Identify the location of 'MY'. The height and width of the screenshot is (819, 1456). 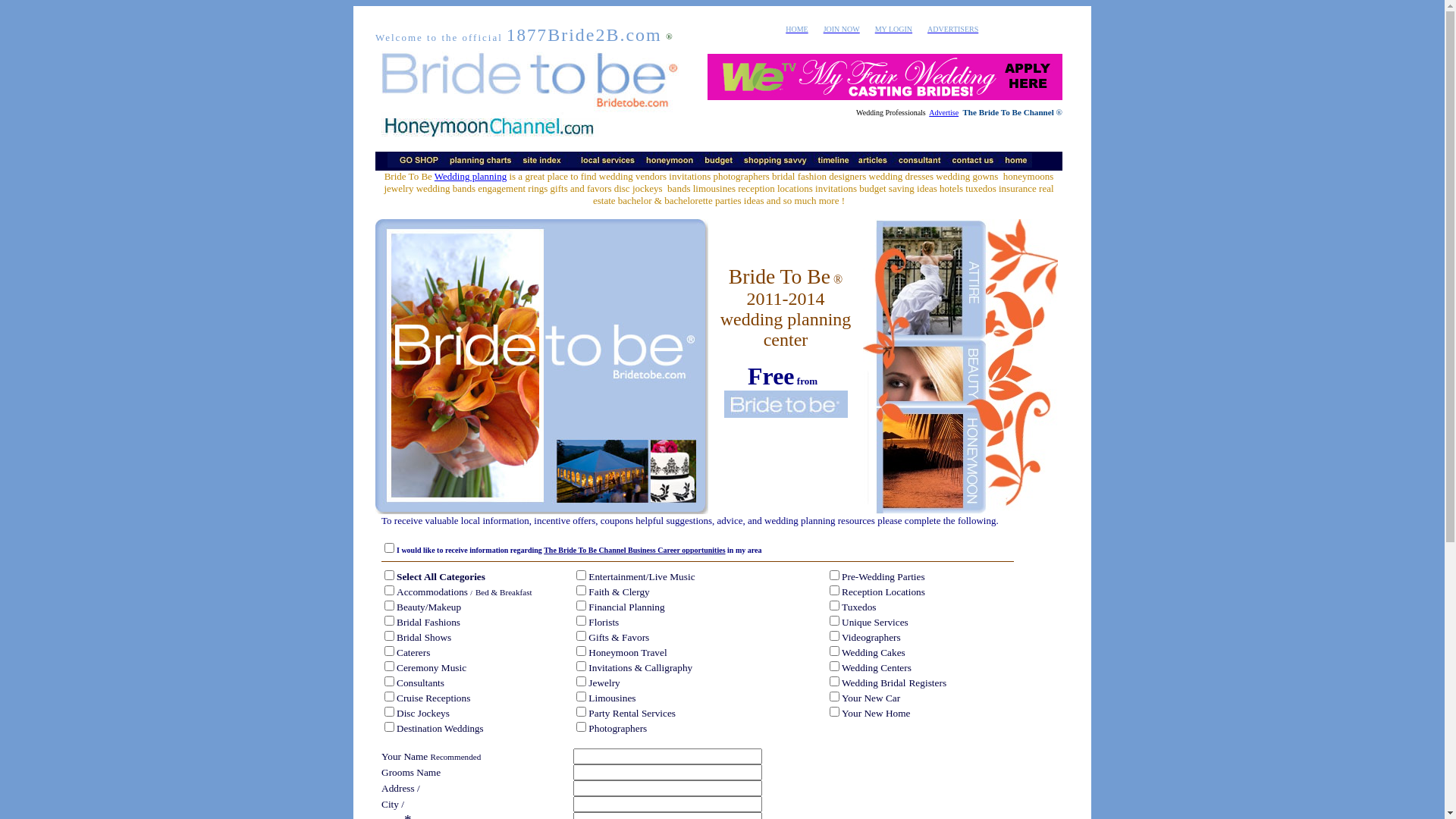
(874, 27).